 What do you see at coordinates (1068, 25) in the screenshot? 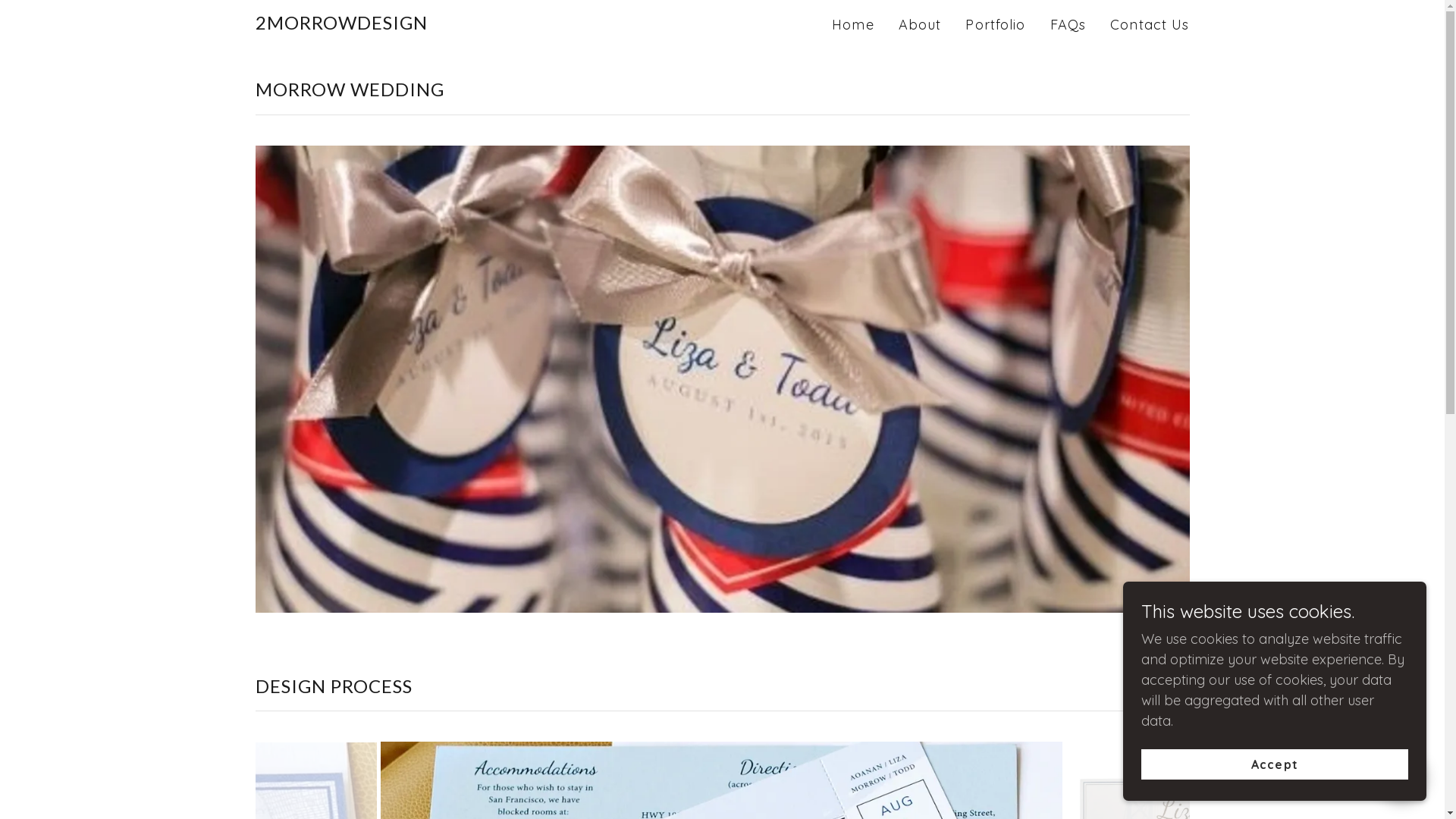
I see `'FAQs'` at bounding box center [1068, 25].